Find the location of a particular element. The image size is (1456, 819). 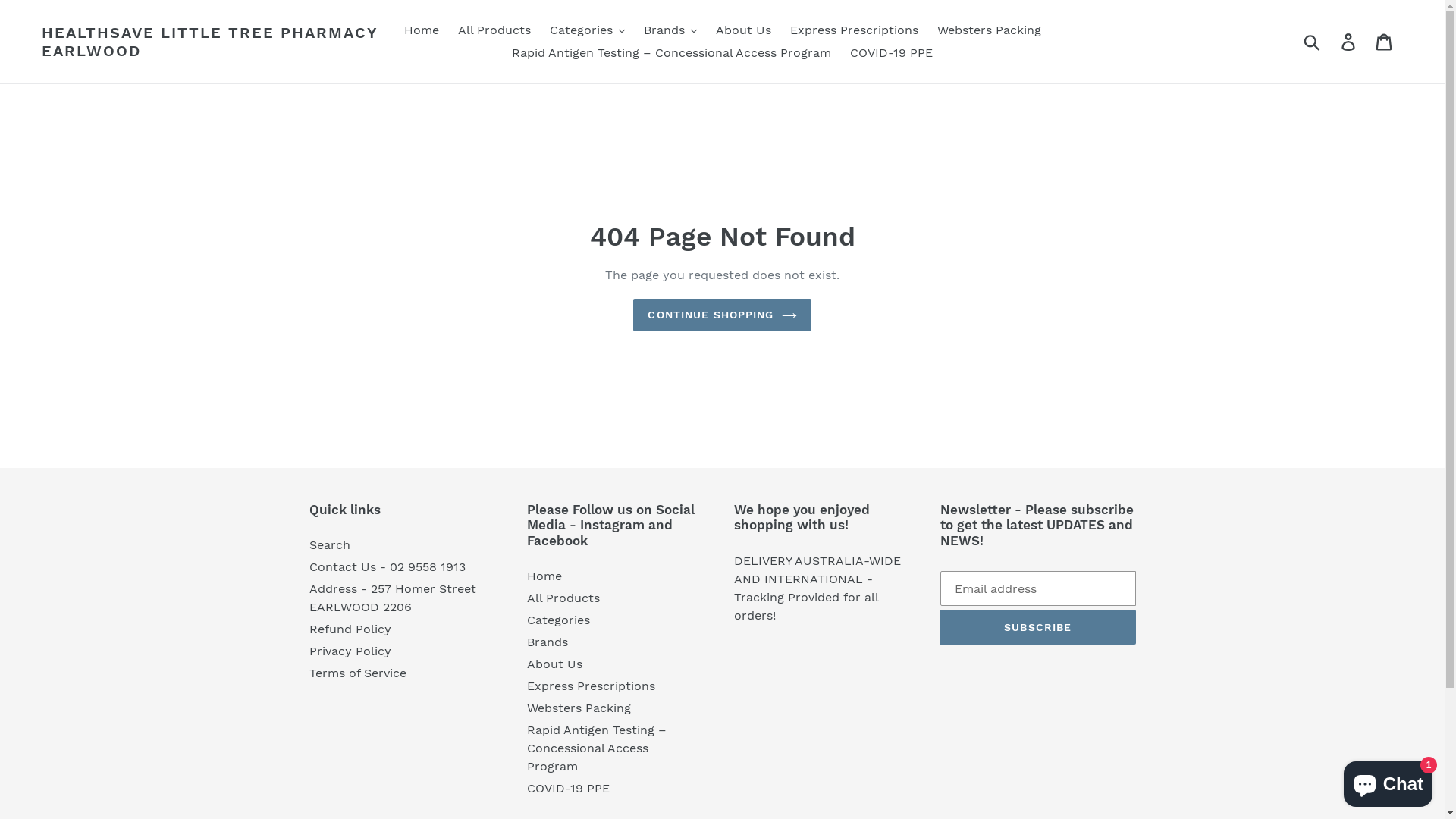

'COVID-19 PPE' is located at coordinates (567, 787).